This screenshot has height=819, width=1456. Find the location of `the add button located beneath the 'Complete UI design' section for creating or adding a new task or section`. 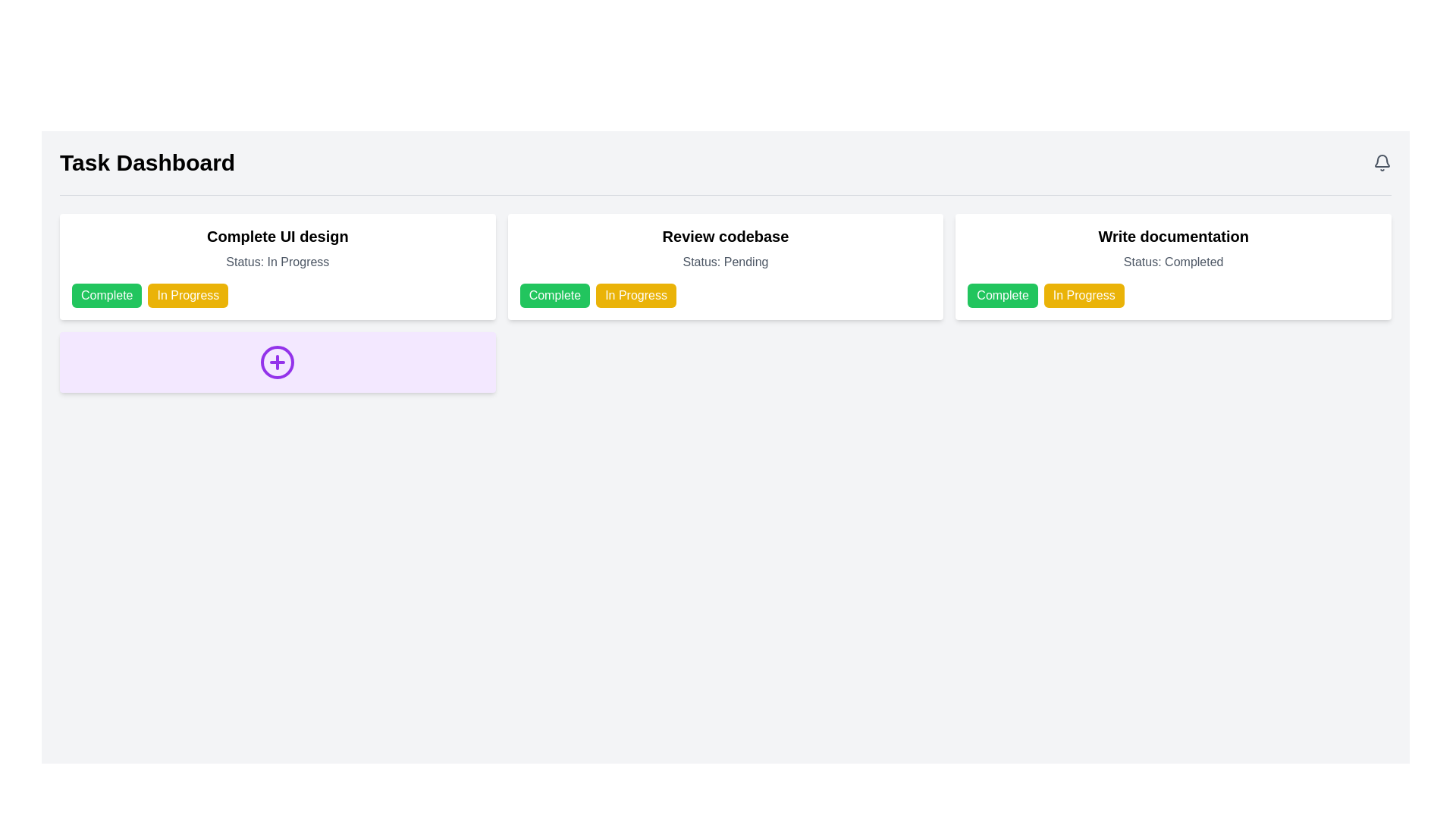

the add button located beneath the 'Complete UI design' section for creating or adding a new task or section is located at coordinates (277, 362).